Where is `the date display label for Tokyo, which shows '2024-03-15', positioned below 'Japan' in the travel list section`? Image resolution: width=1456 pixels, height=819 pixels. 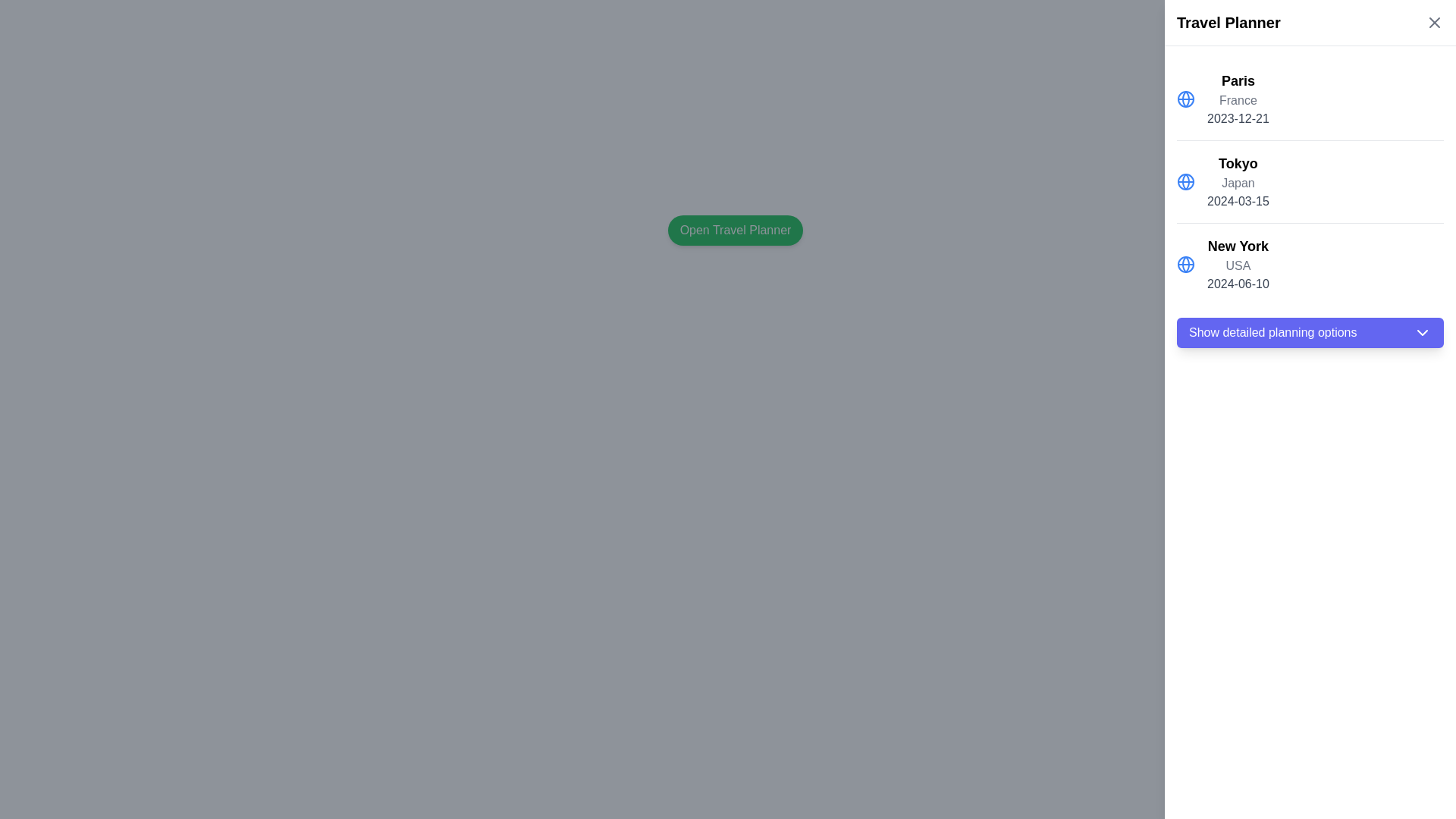 the date display label for Tokyo, which shows '2024-03-15', positioned below 'Japan' in the travel list section is located at coordinates (1238, 201).